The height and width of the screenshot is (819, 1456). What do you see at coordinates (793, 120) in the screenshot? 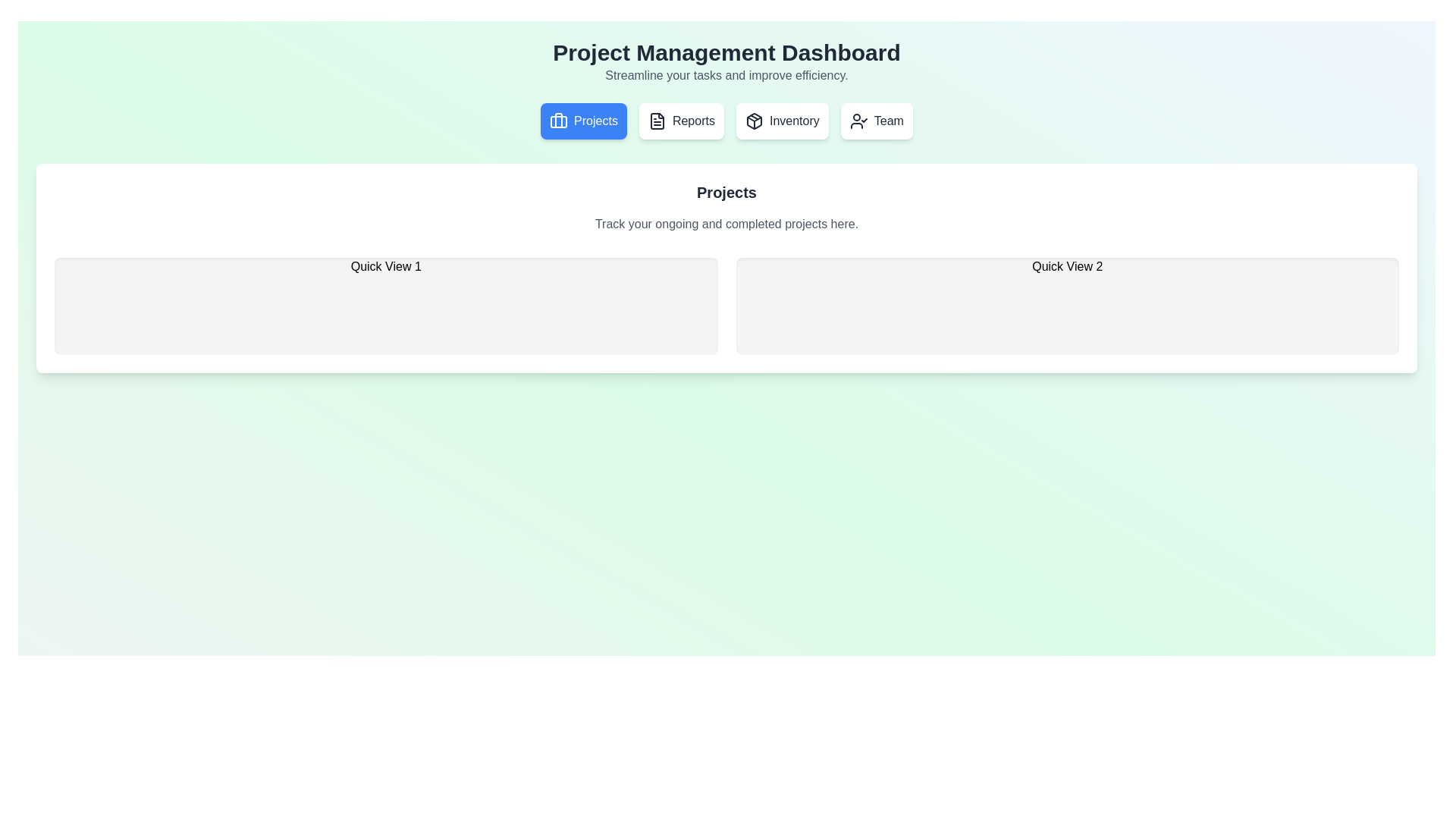
I see `the button labeled 'Inventory' located in the navigation bar below the main heading, which is the third option from the left between 'Reports' and 'Team'` at bounding box center [793, 120].